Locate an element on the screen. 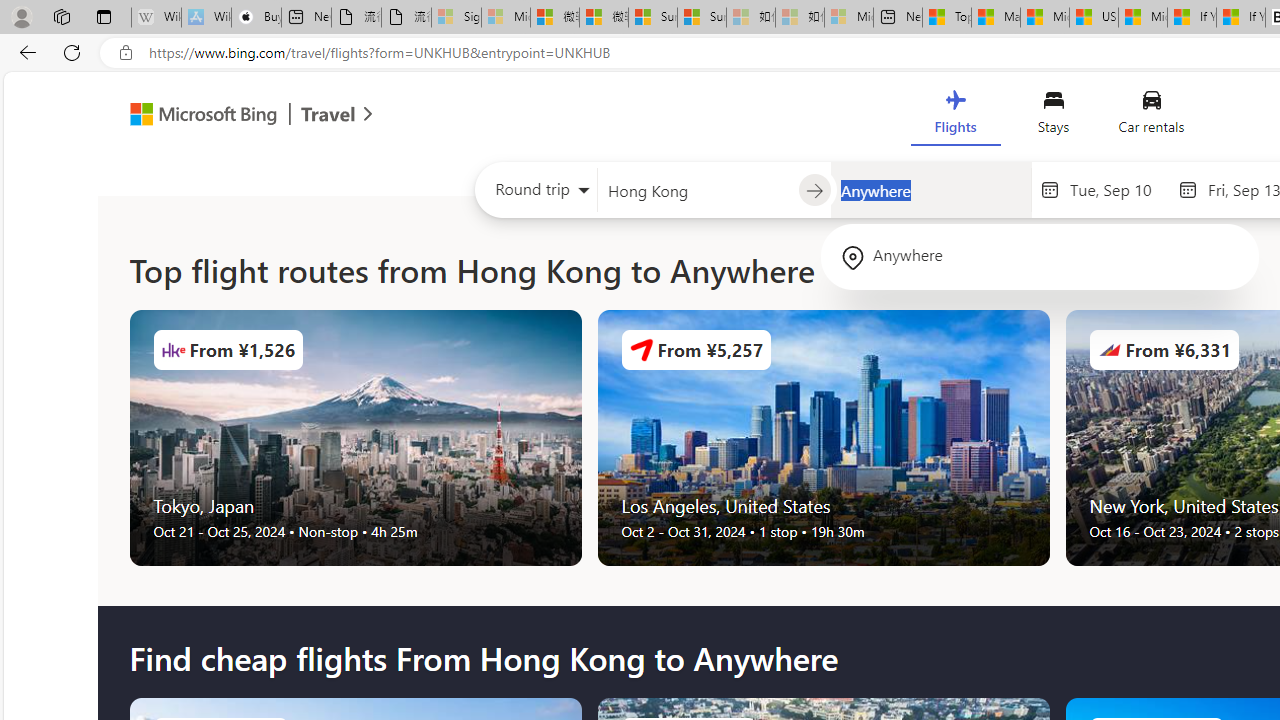 Image resolution: width=1280 pixels, height=720 pixels. 'Leaving from?' is located at coordinates (697, 190).